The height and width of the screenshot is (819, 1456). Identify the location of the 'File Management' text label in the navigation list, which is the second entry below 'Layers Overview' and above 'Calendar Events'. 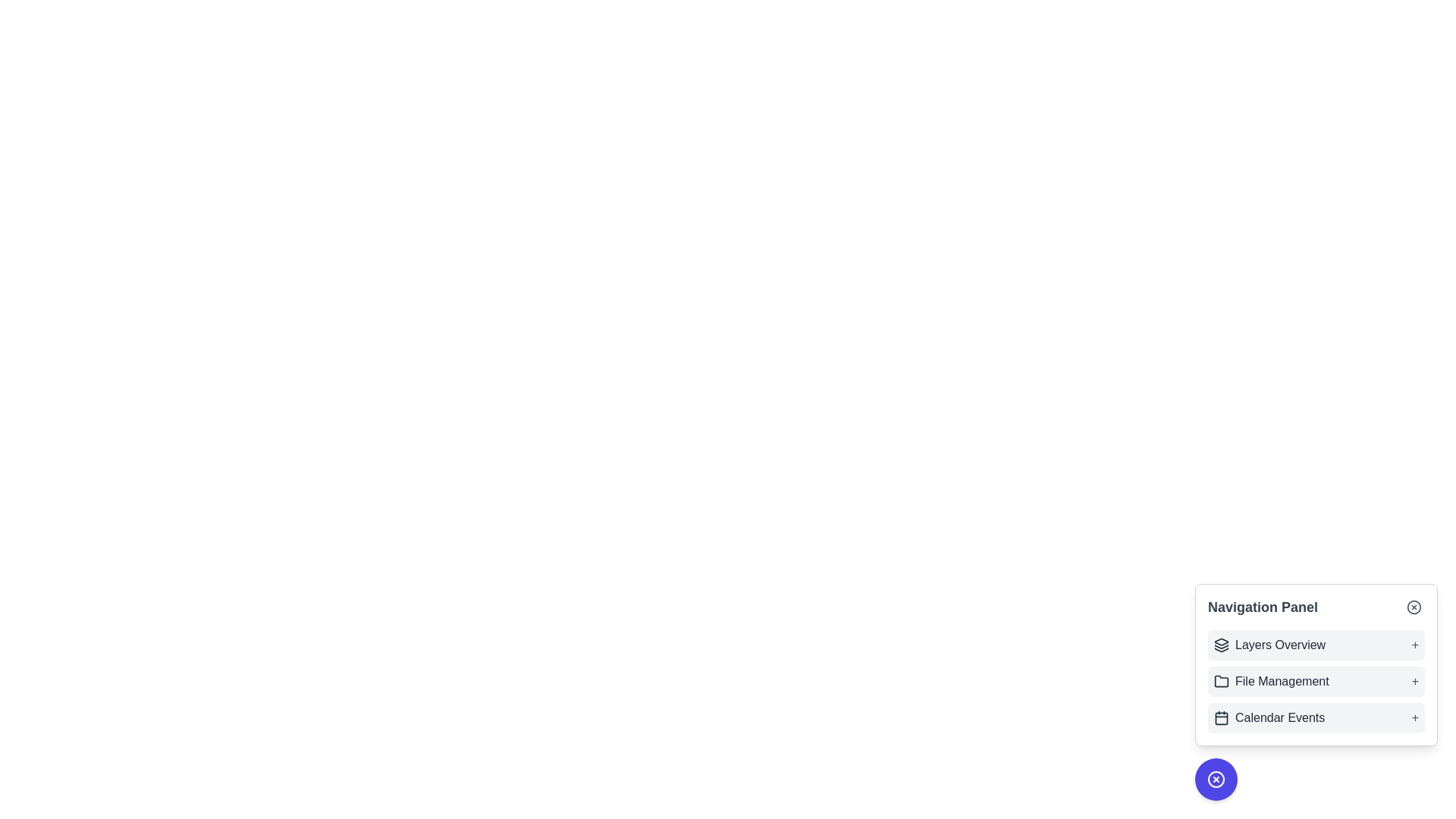
(1281, 680).